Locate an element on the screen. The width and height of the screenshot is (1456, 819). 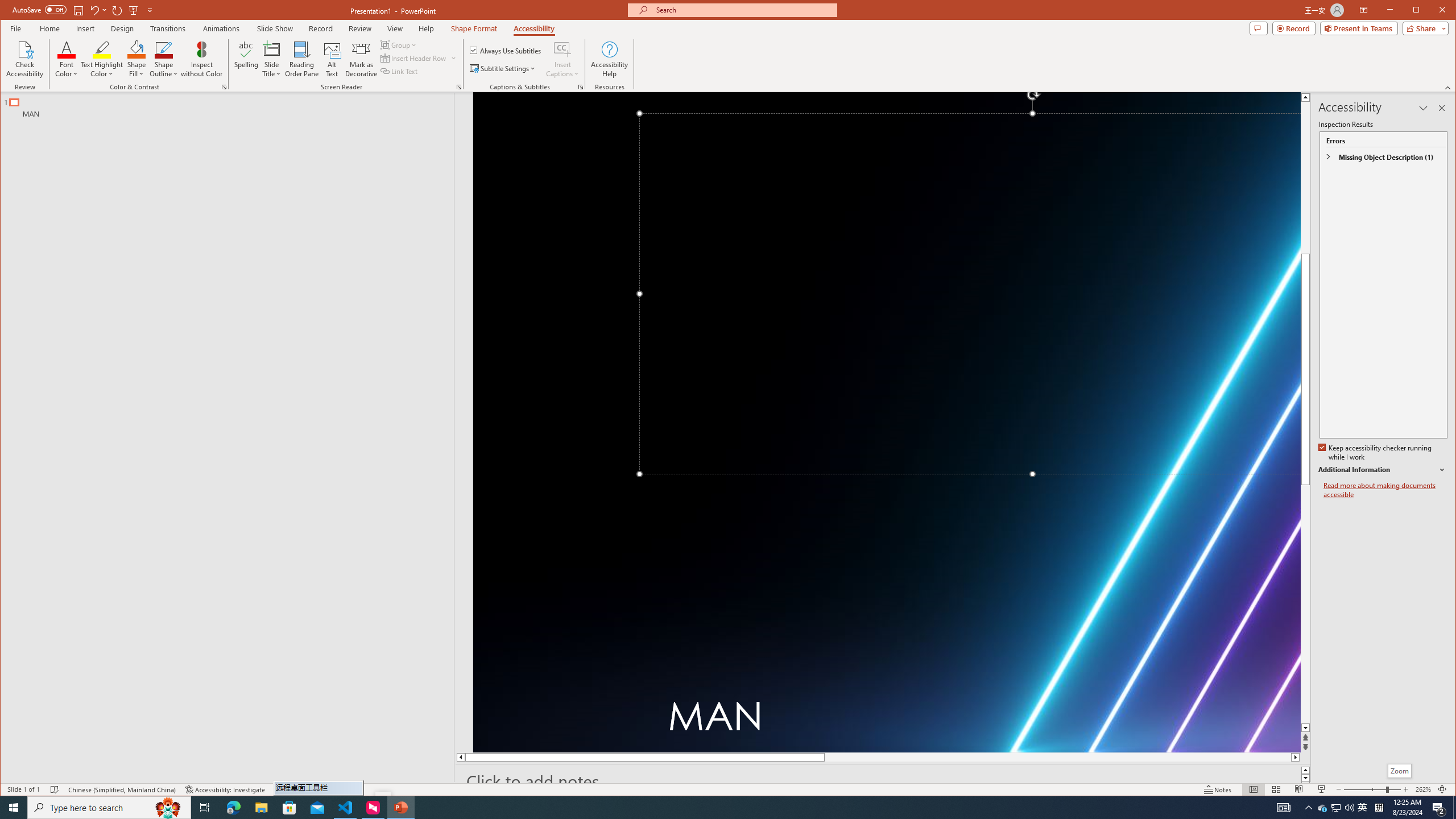
'Insert Header Row' is located at coordinates (418, 58).